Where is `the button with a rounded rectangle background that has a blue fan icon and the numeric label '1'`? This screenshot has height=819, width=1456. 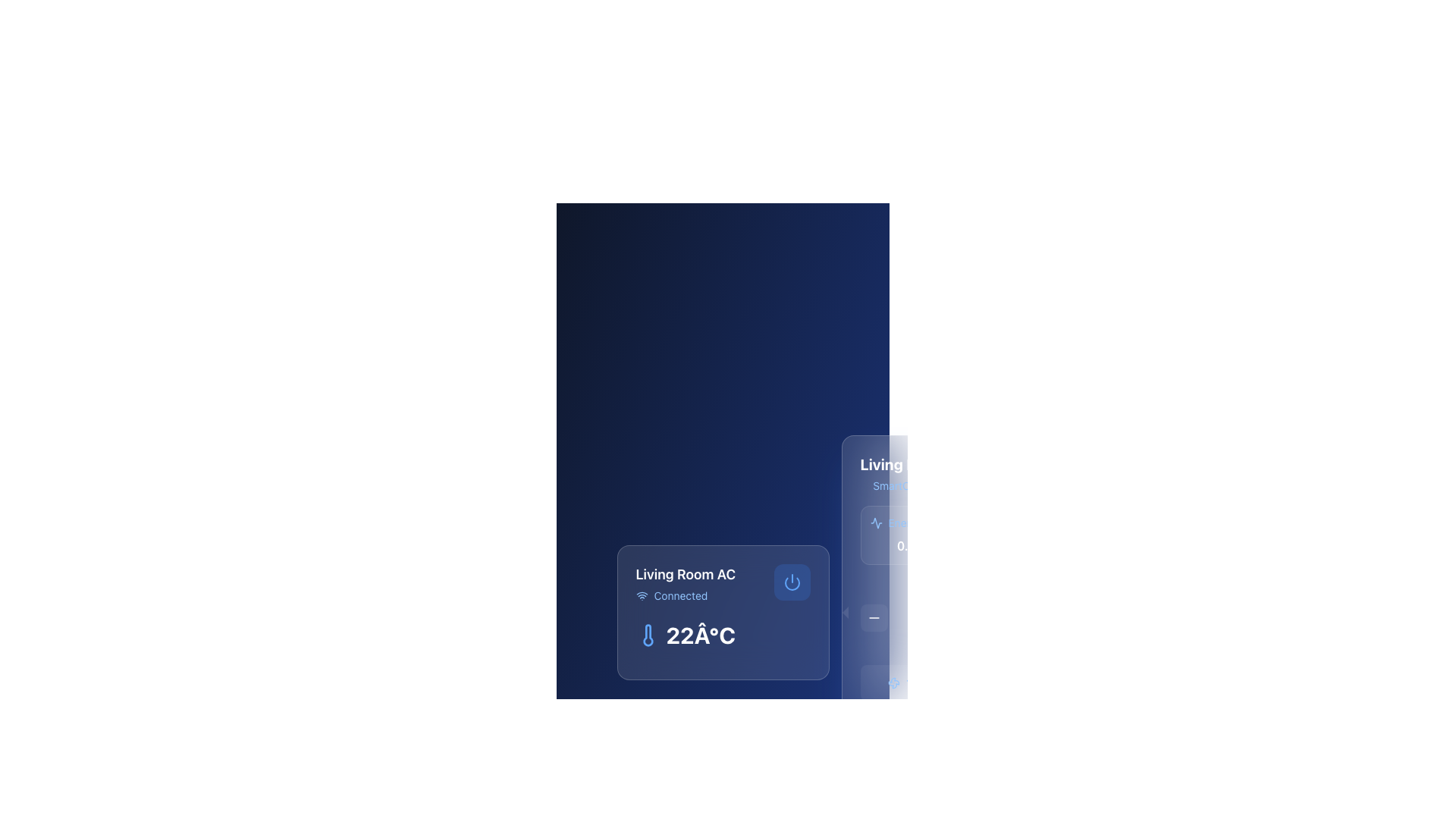
the button with a rounded rectangle background that has a blue fan icon and the numeric label '1' is located at coordinates (899, 683).